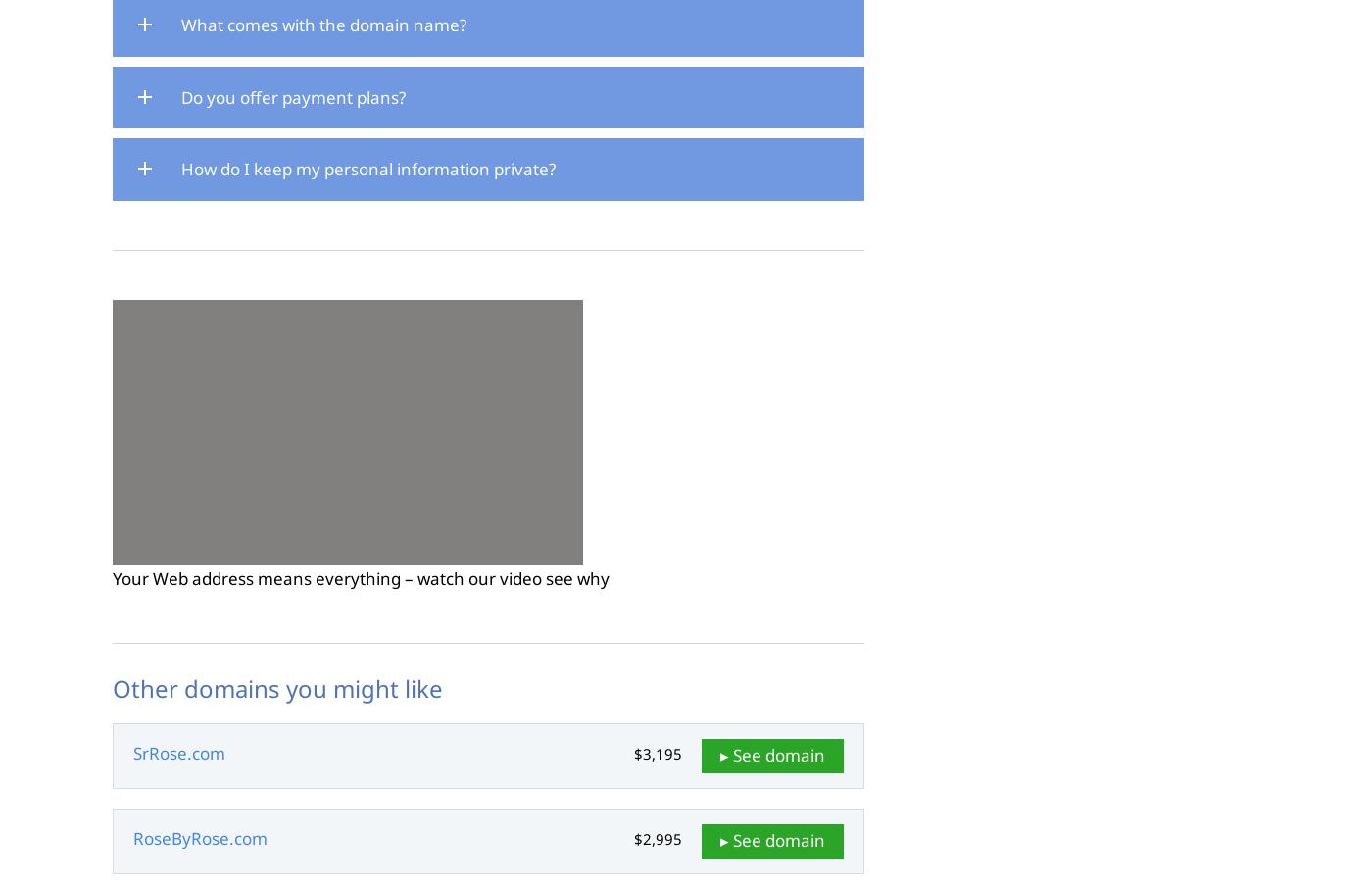  Describe the element at coordinates (200, 838) in the screenshot. I see `'RoseByRose.com'` at that location.